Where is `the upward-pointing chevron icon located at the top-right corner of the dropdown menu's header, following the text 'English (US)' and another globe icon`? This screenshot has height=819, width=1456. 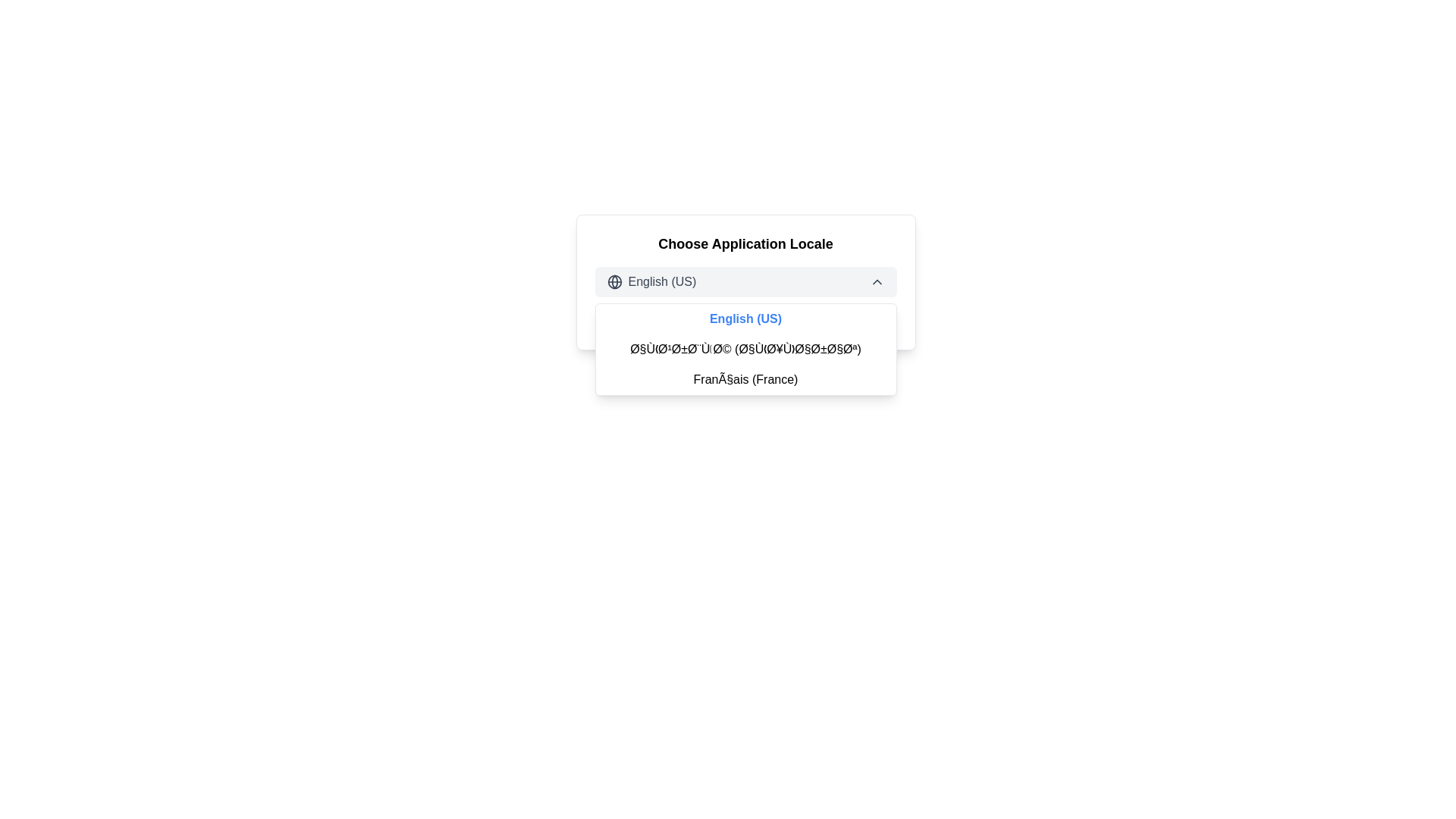
the upward-pointing chevron icon located at the top-right corner of the dropdown menu's header, following the text 'English (US)' and another globe icon is located at coordinates (877, 281).